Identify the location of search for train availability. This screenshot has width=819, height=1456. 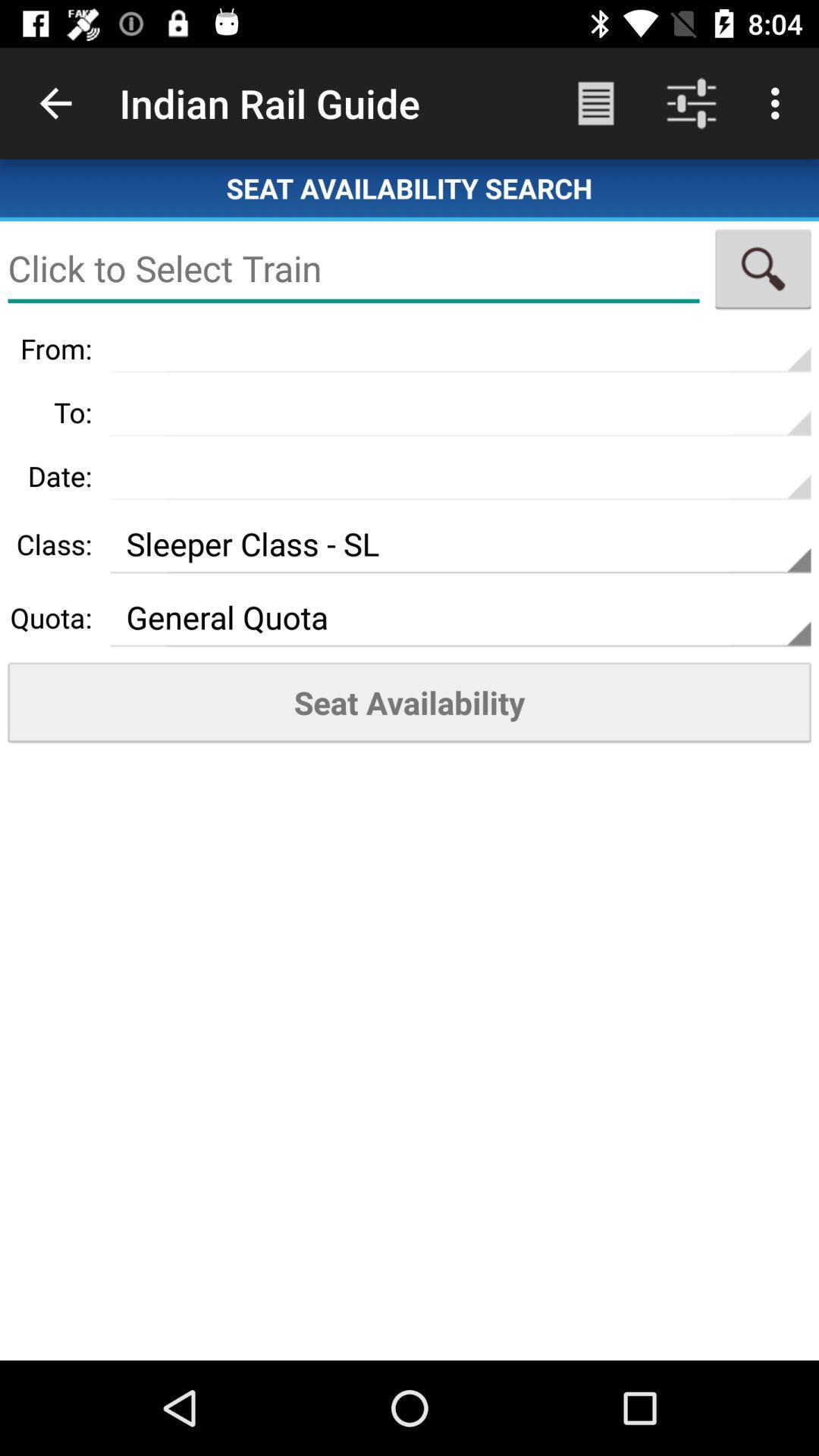
(763, 268).